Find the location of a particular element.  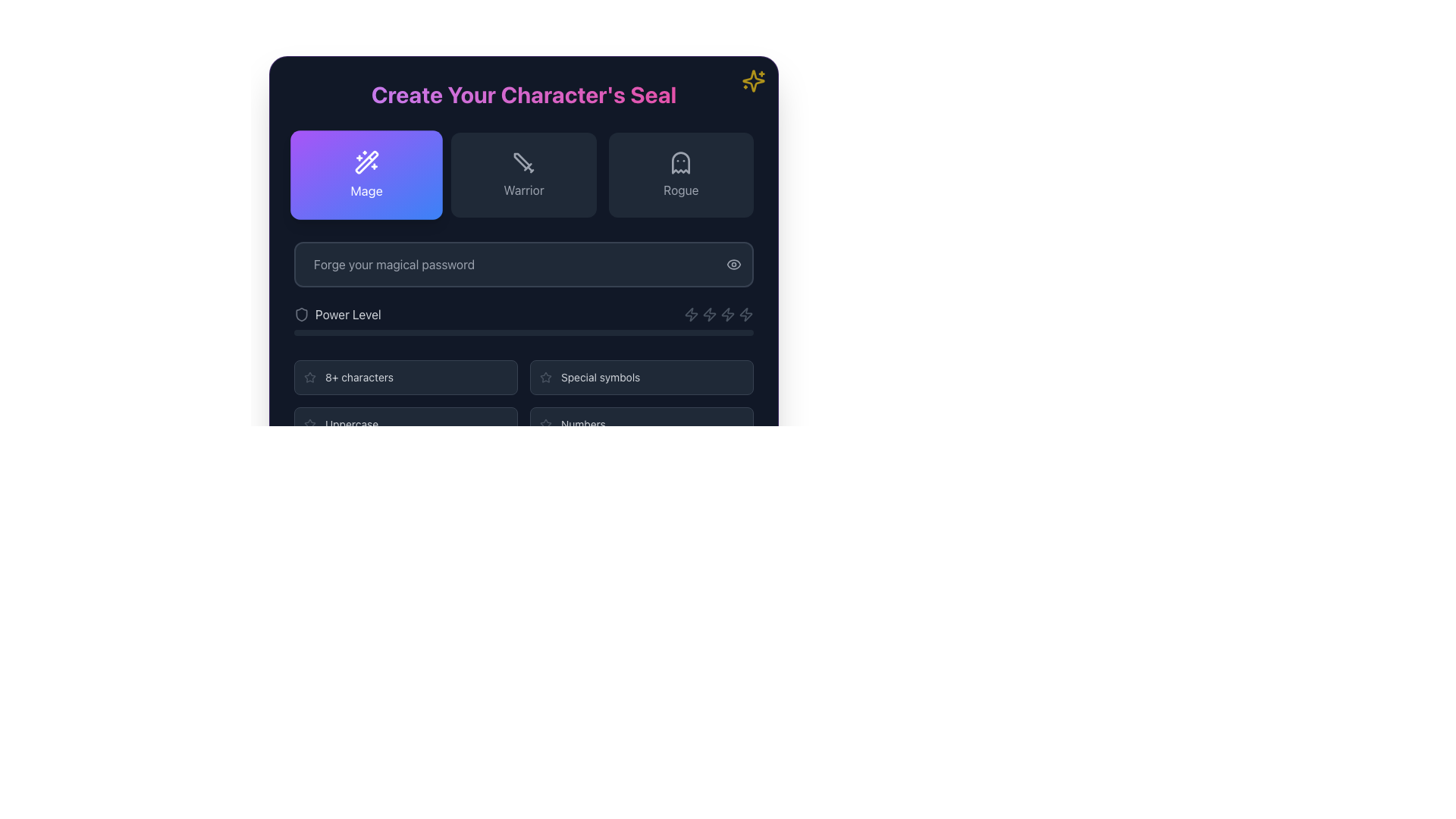

the interactive icon used for marking or emphasizing content, located near the top-right corner adjacent to the header text 'Create Your Character's Seal' is located at coordinates (309, 376).